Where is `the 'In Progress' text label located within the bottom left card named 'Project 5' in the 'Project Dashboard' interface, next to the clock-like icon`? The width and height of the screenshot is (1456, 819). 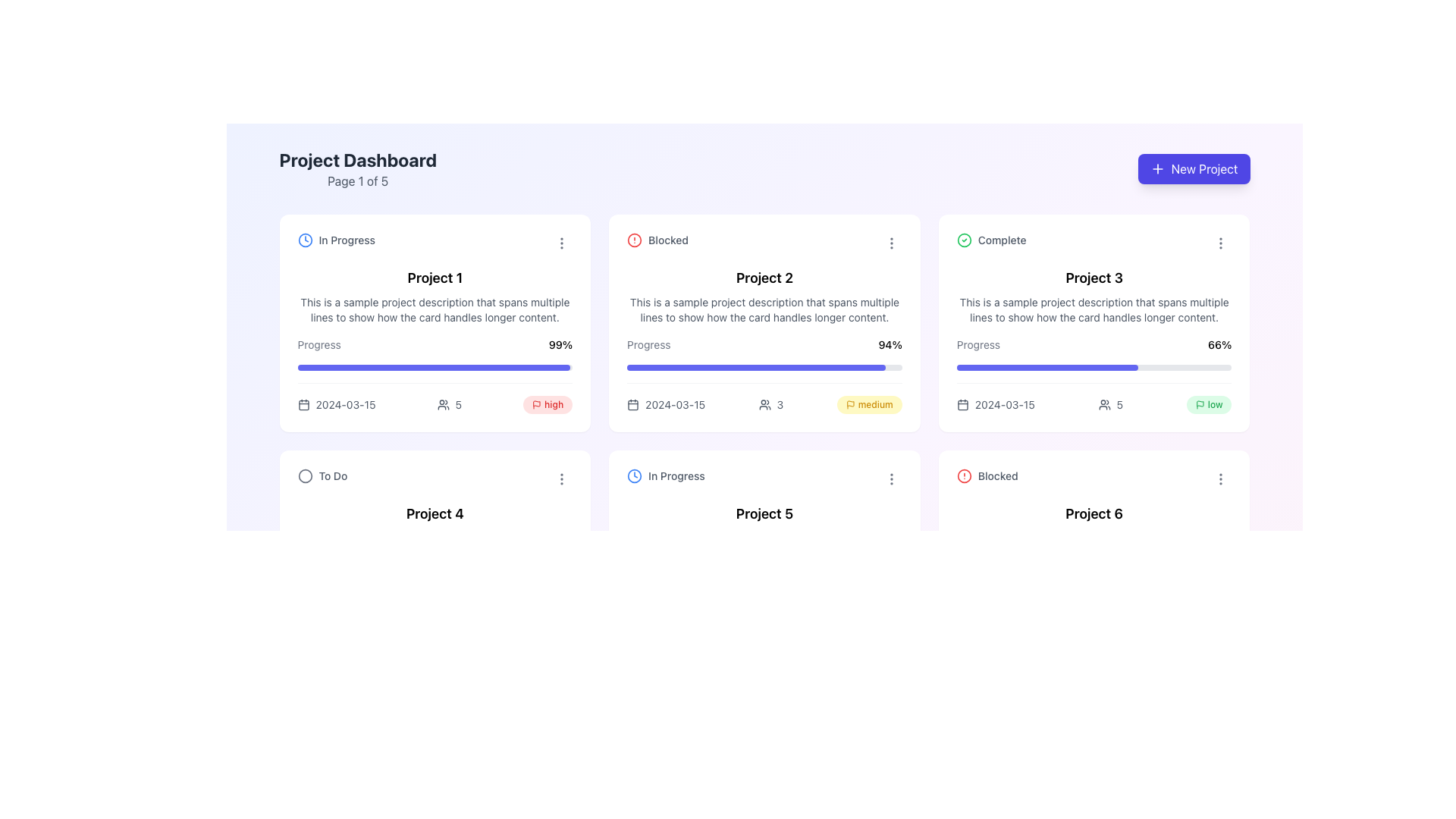
the 'In Progress' text label located within the bottom left card named 'Project 5' in the 'Project Dashboard' interface, next to the clock-like icon is located at coordinates (676, 475).